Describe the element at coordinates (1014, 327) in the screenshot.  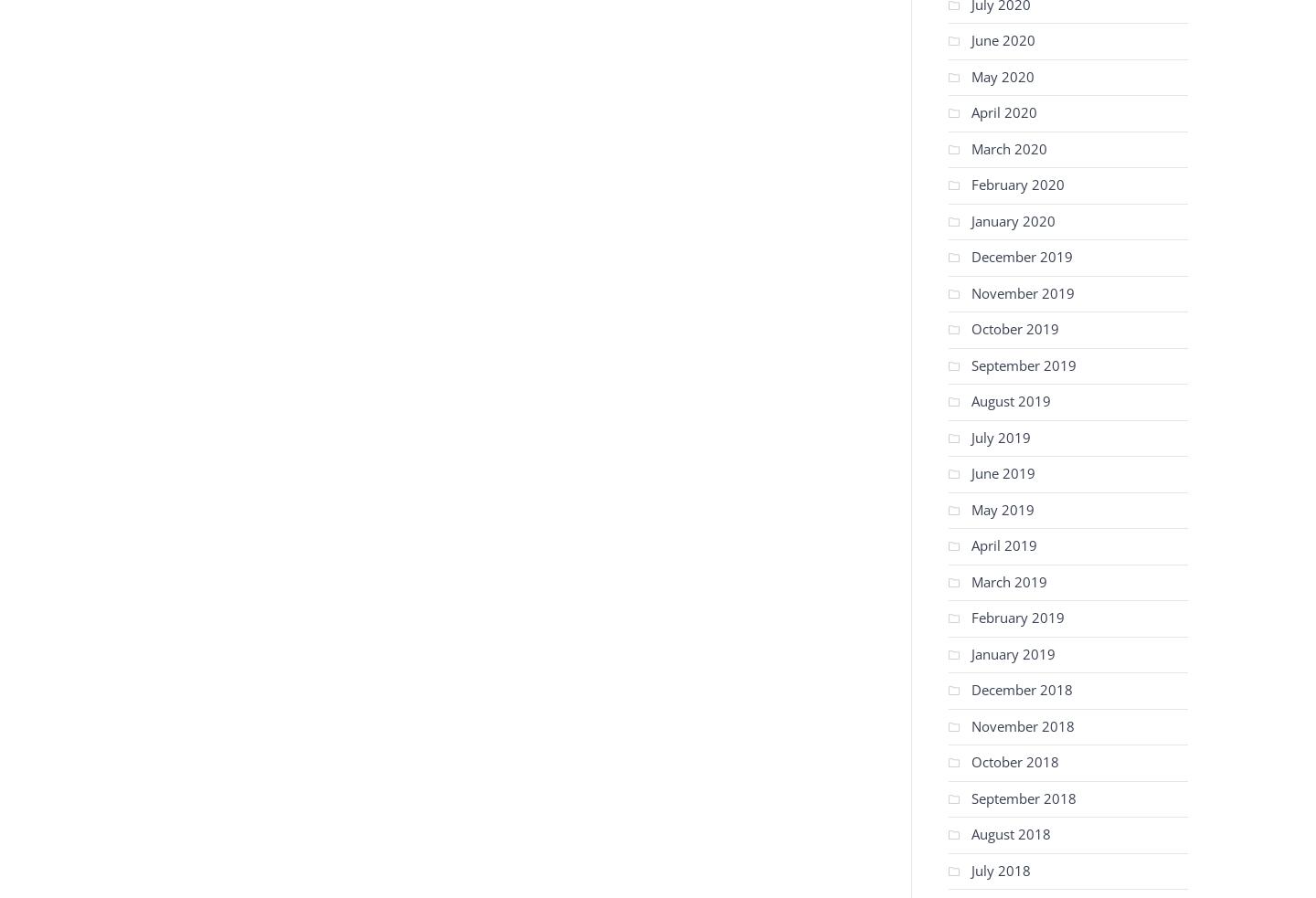
I see `'October 2019'` at that location.